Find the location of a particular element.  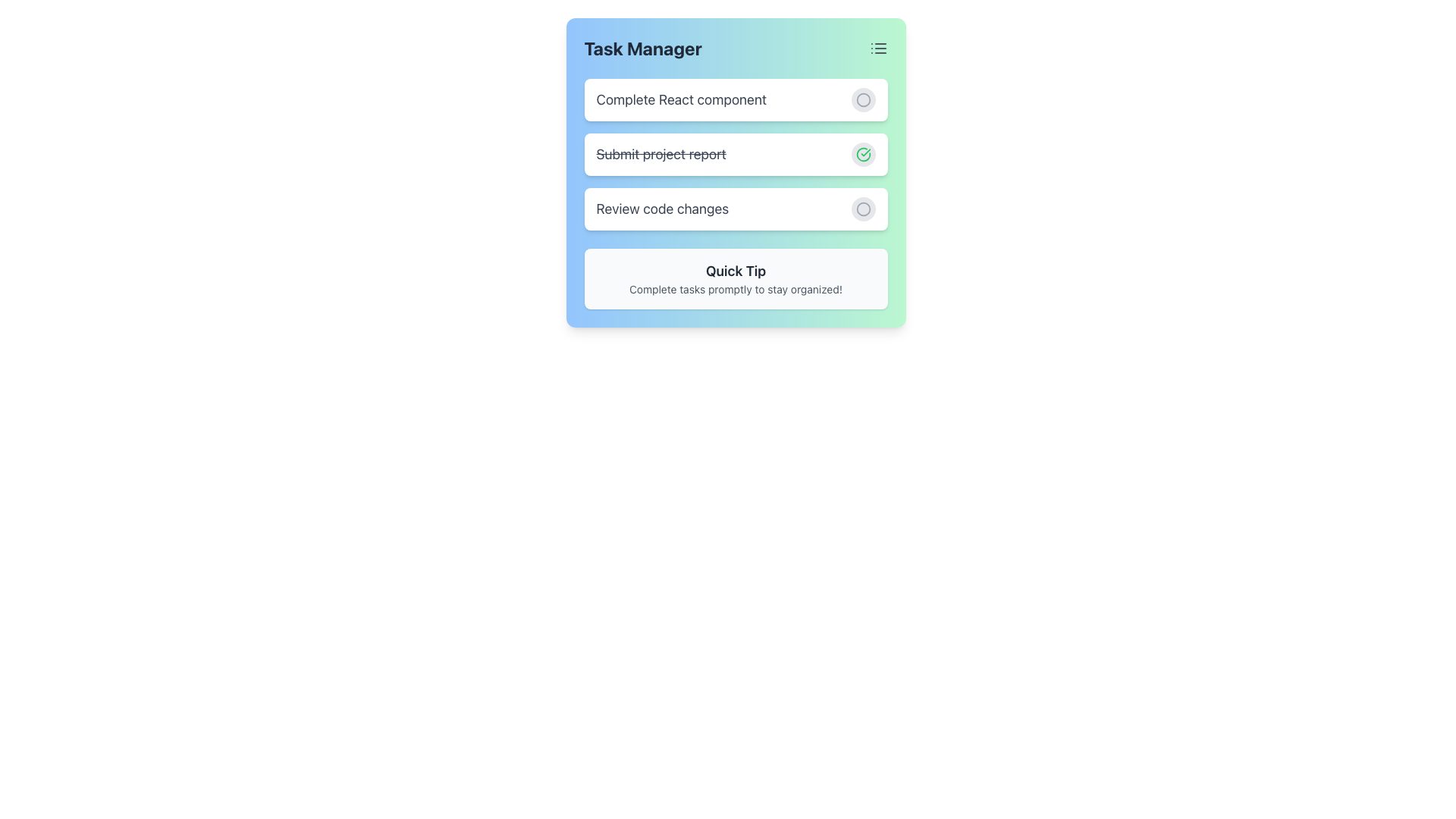

the button that serves as a status toggle for marking the task 'Submit project report' as completed or approved is located at coordinates (863, 155).